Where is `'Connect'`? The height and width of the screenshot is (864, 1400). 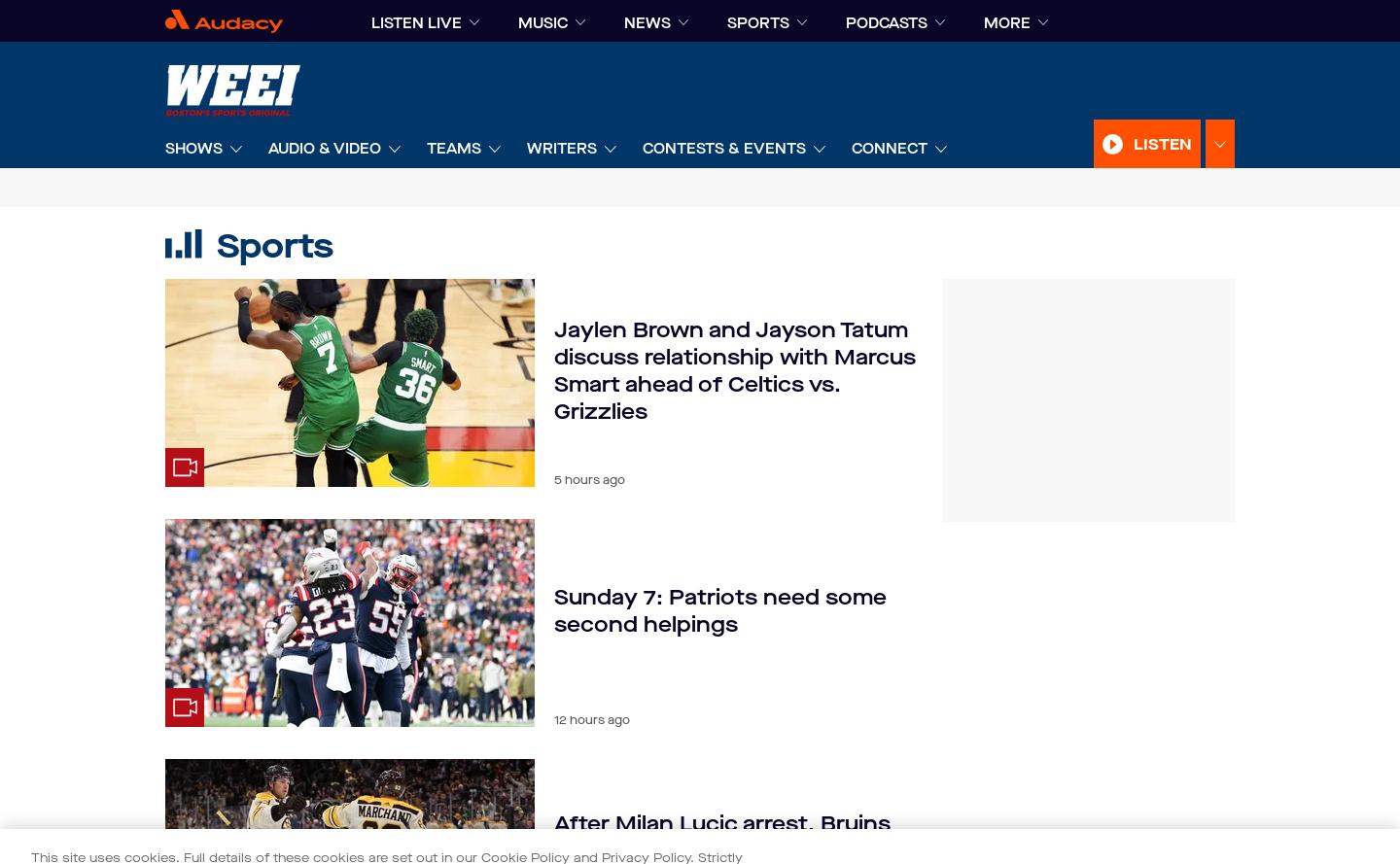 'Connect' is located at coordinates (889, 148).